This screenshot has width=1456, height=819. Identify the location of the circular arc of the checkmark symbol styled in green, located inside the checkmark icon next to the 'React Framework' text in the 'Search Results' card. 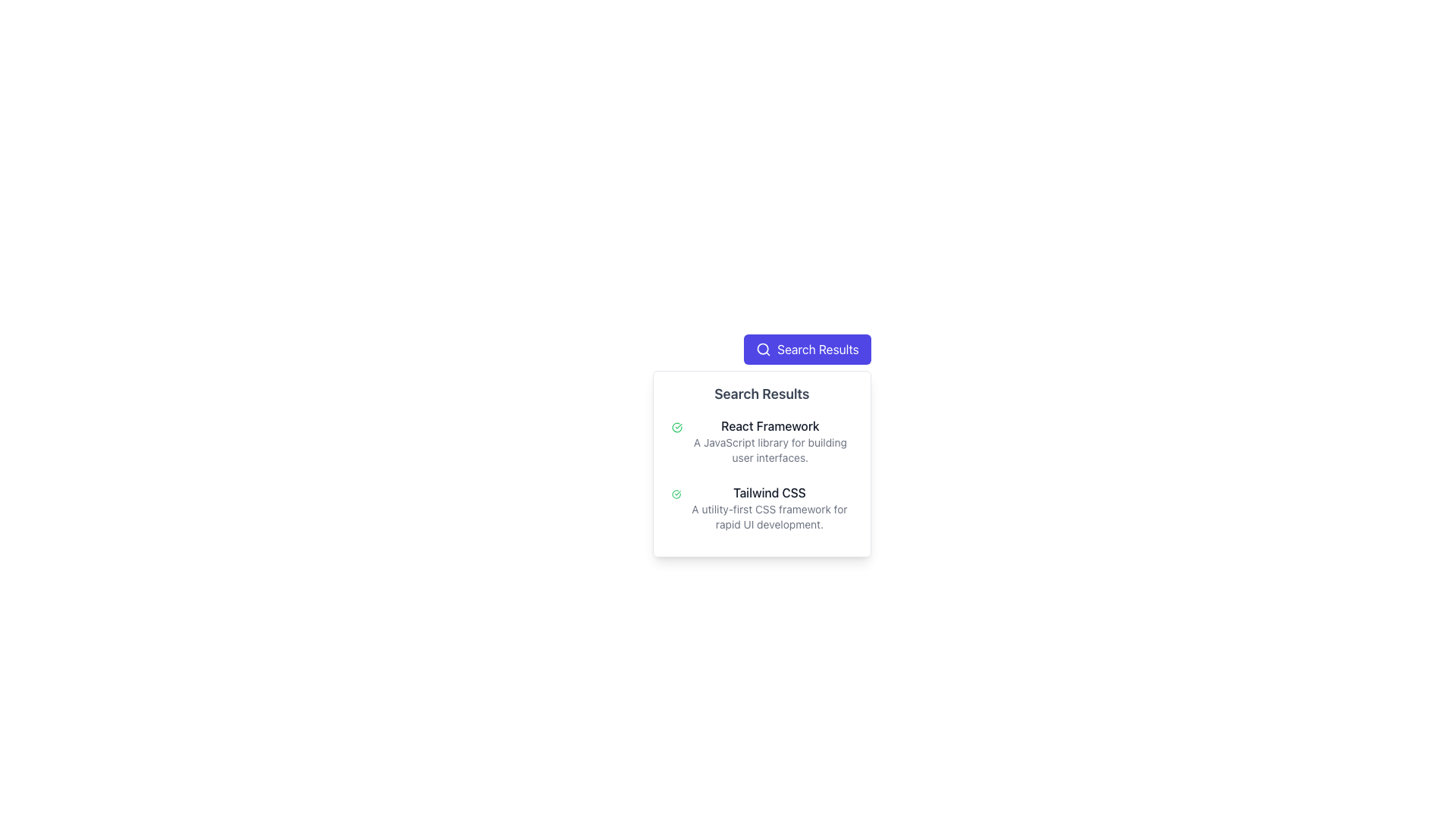
(676, 494).